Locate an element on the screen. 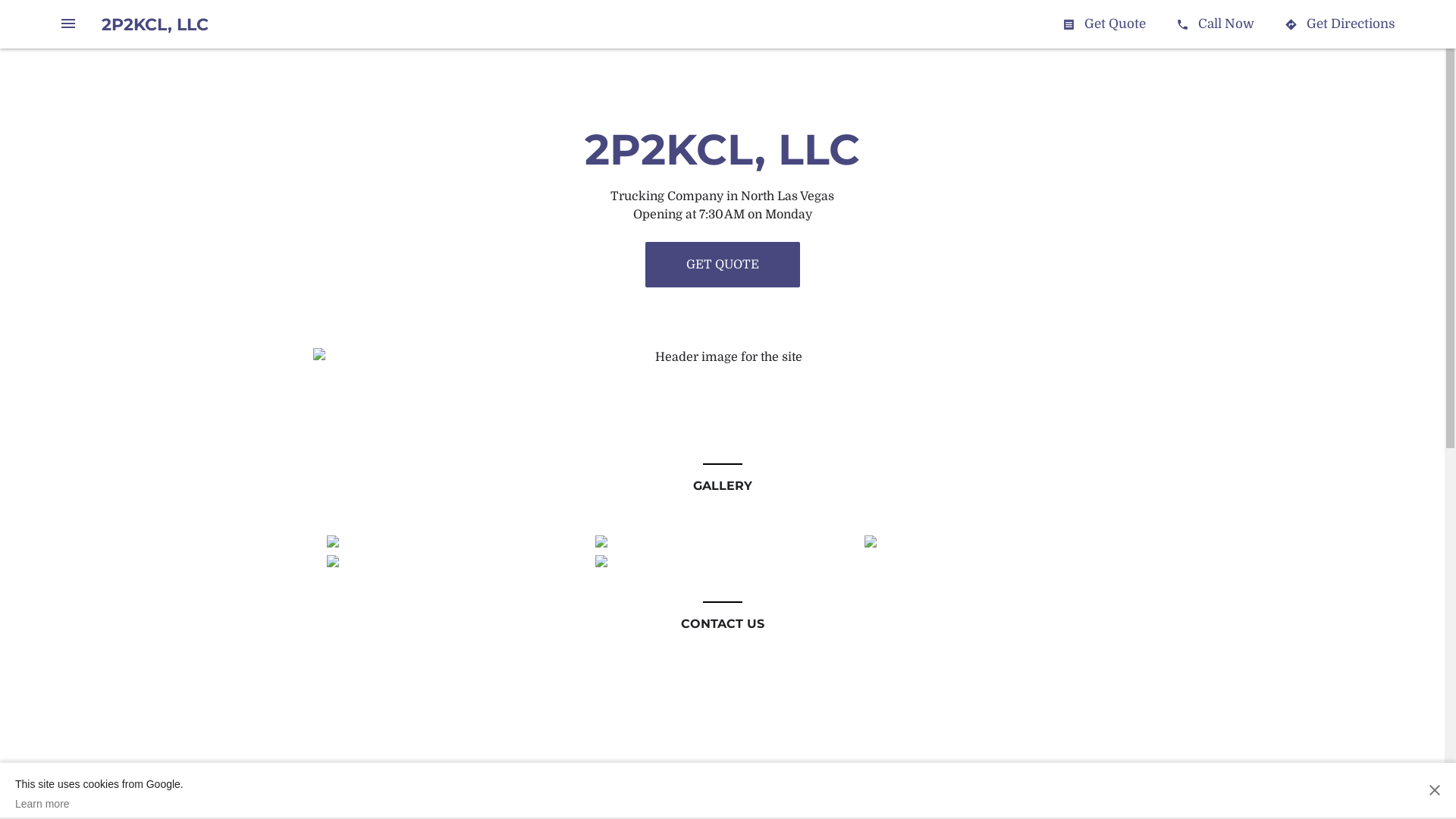 This screenshot has height=819, width=1456. 'GET QUOTE' is located at coordinates (720, 263).